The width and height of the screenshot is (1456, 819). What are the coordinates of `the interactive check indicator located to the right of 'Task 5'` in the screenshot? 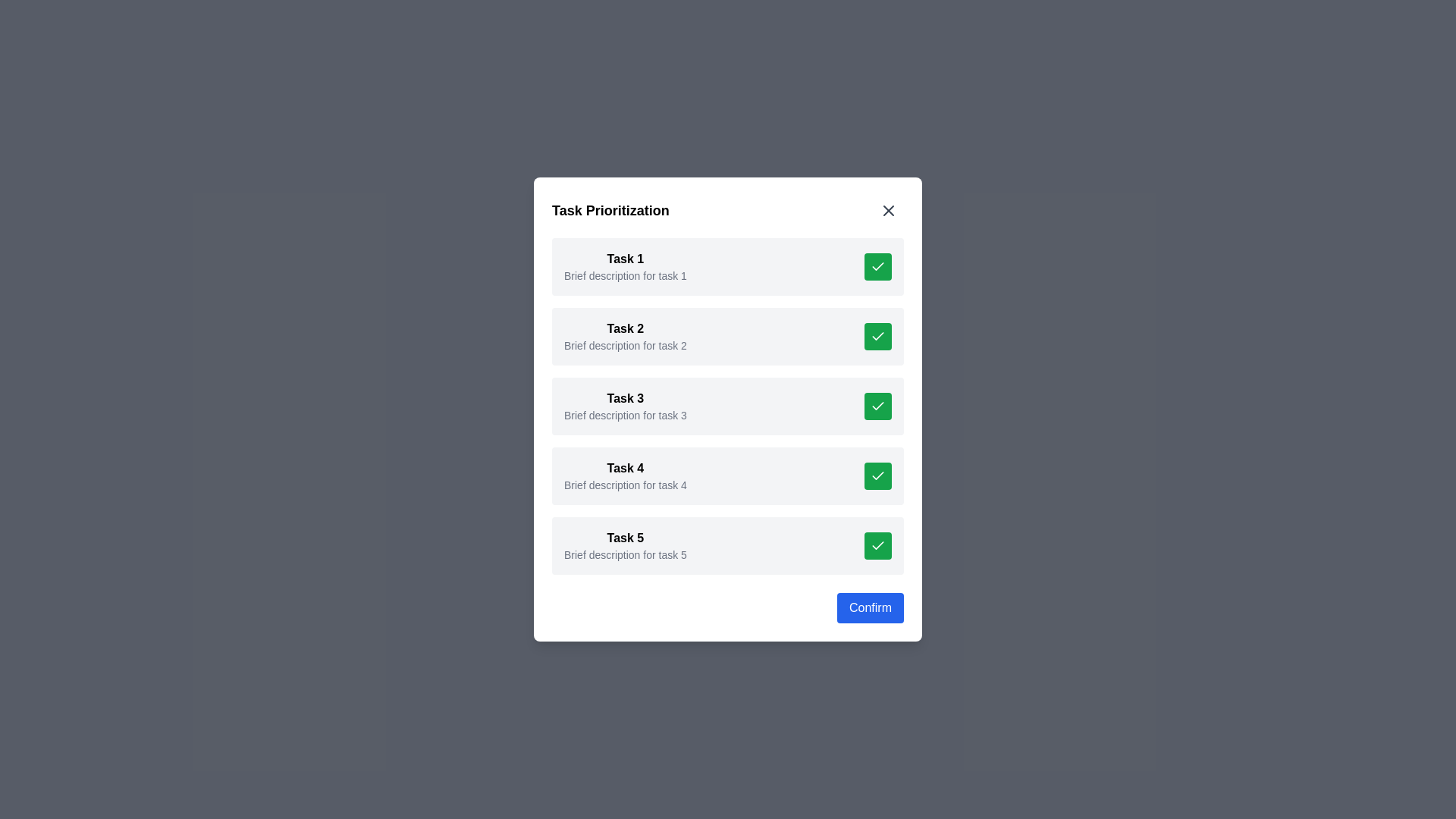 It's located at (877, 546).